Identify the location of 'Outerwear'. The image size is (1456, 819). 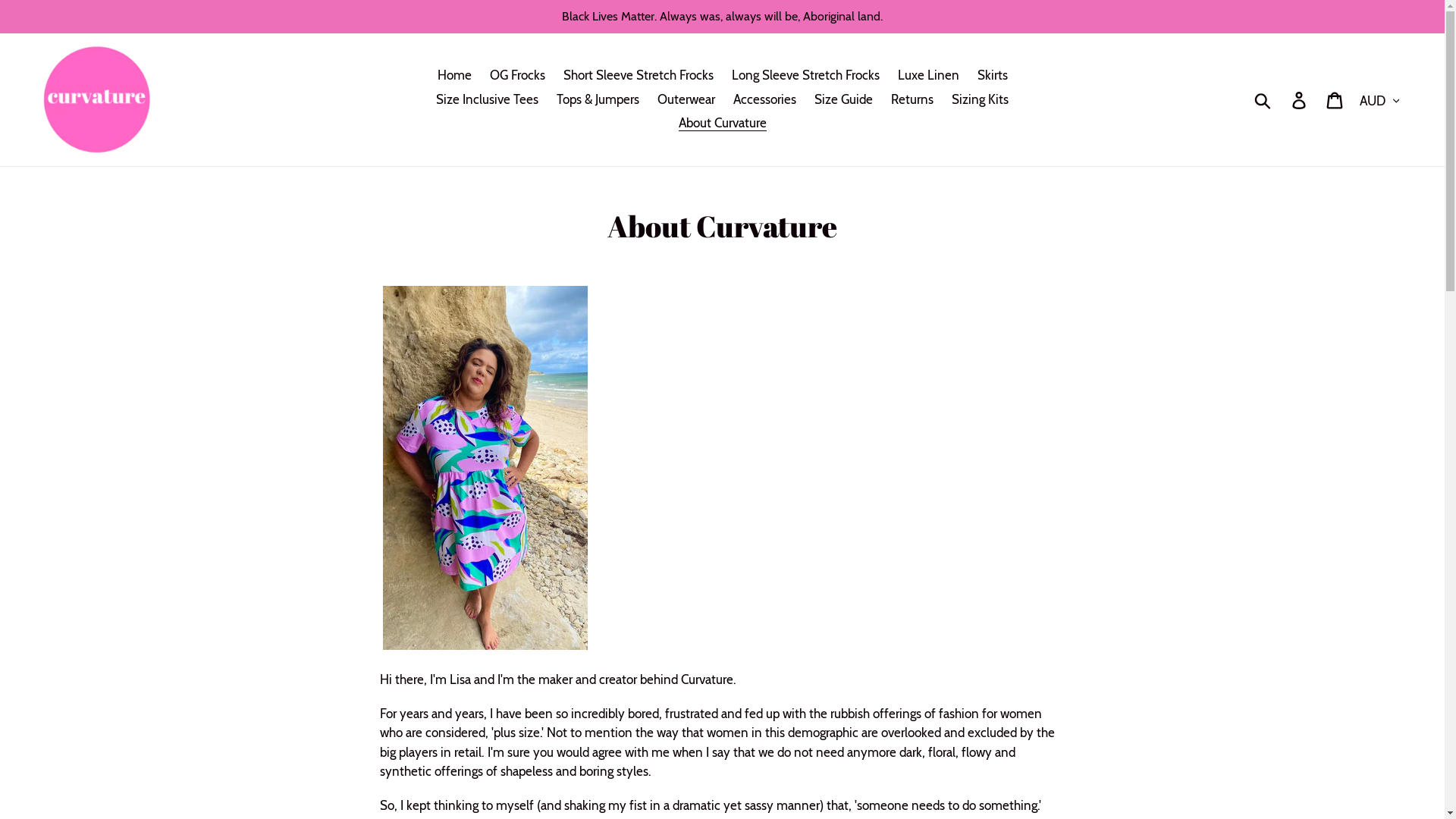
(686, 99).